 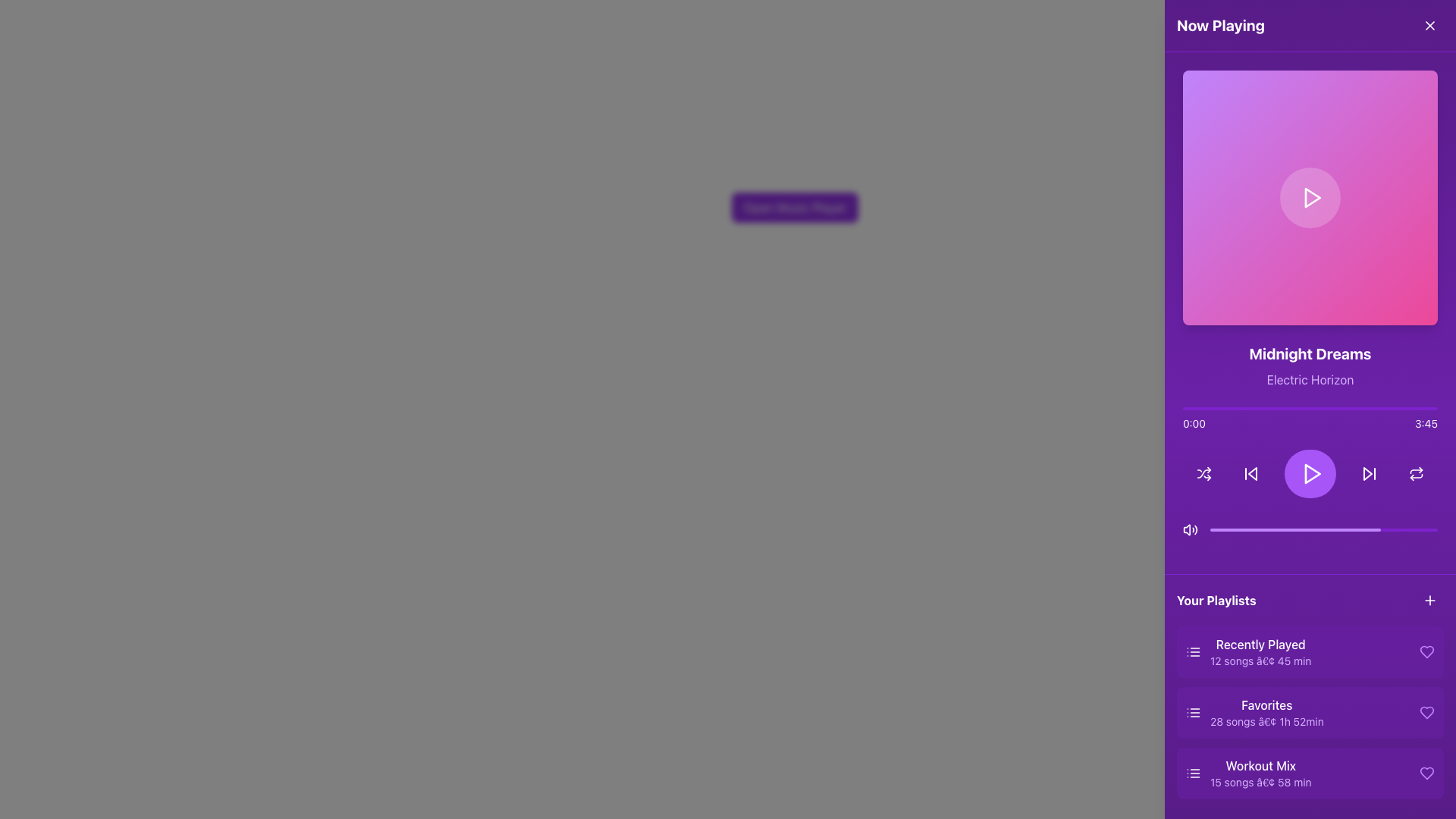 I want to click on the forward skip button, so click(x=1369, y=472).